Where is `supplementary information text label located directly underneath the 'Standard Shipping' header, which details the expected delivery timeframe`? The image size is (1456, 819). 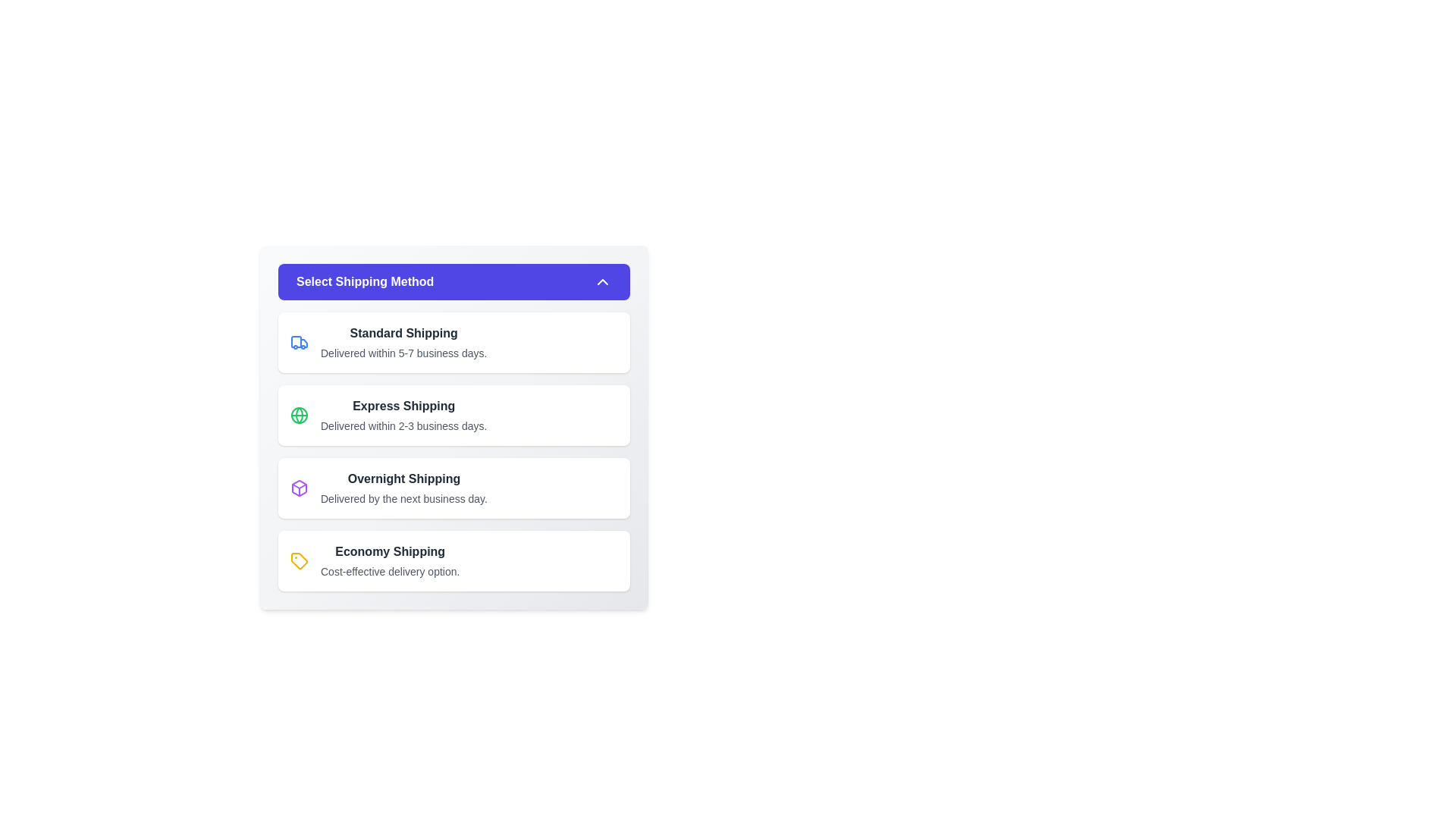
supplementary information text label located directly underneath the 'Standard Shipping' header, which details the expected delivery timeframe is located at coordinates (403, 353).